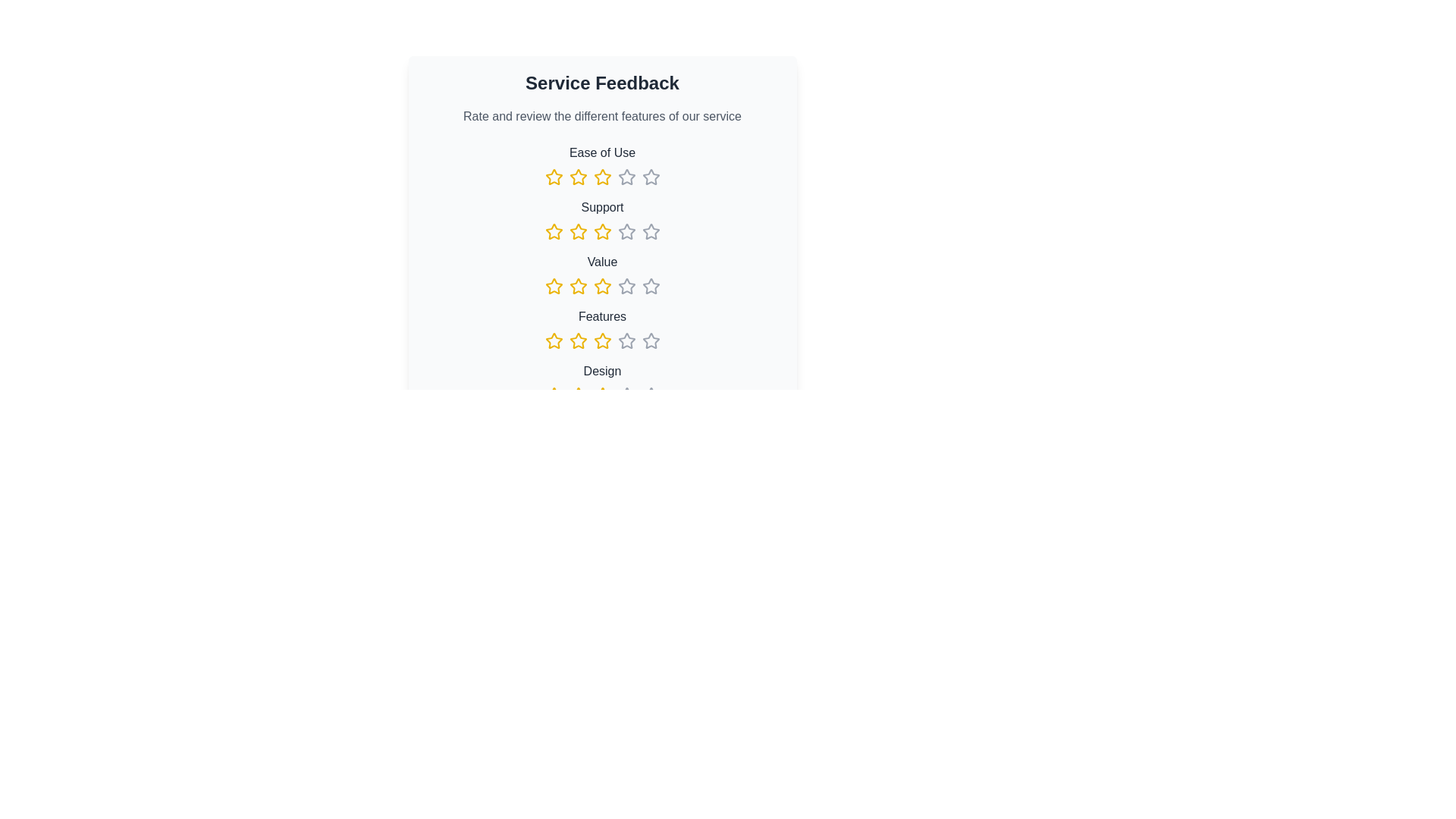  Describe the element at coordinates (601, 394) in the screenshot. I see `the fifth star icon in the 'Design' category of the 'Service Feedback' form` at that location.